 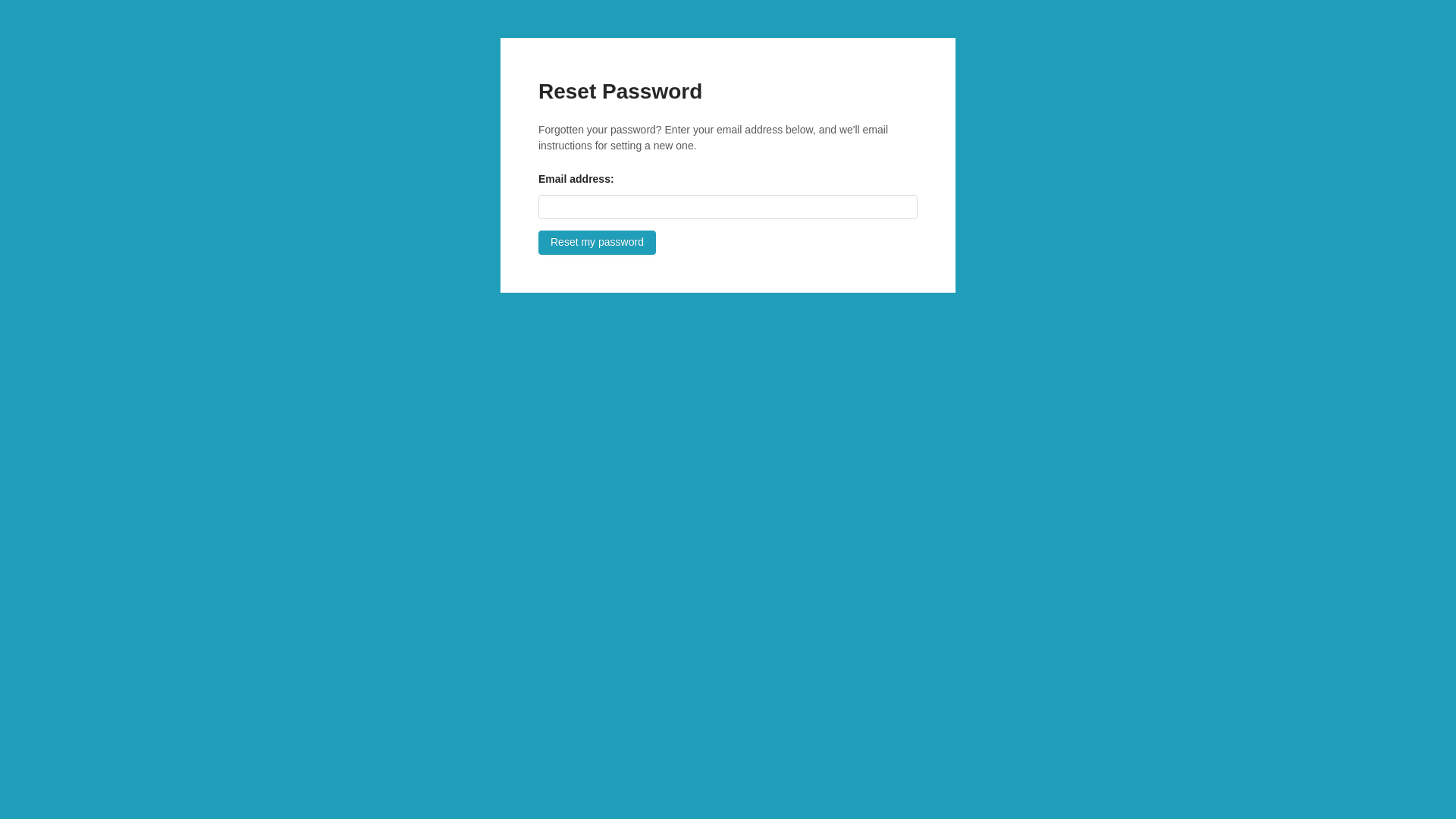 I want to click on 'Reset my password', so click(x=596, y=242).